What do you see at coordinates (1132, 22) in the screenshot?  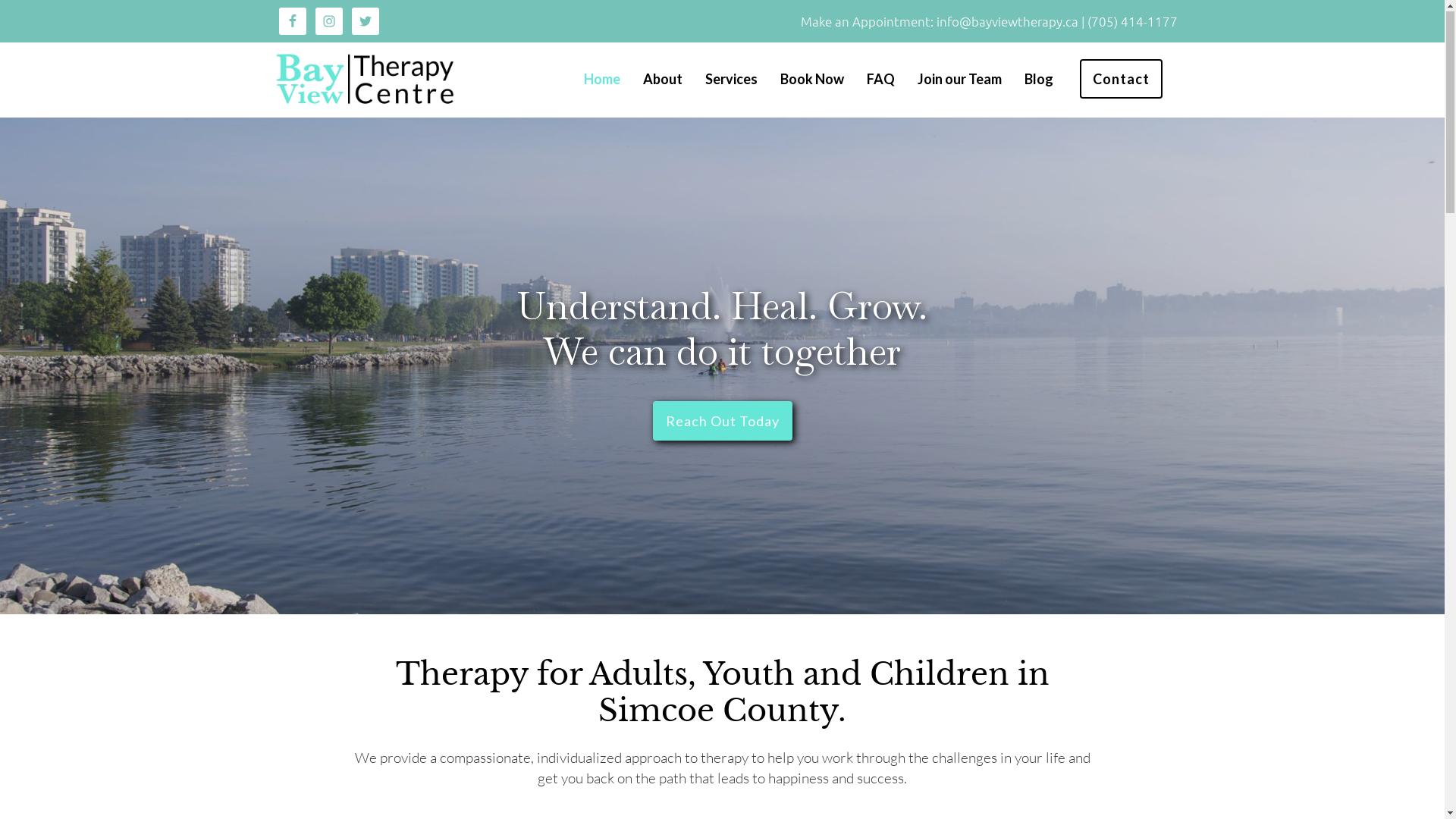 I see `'(705) 414-1177'` at bounding box center [1132, 22].